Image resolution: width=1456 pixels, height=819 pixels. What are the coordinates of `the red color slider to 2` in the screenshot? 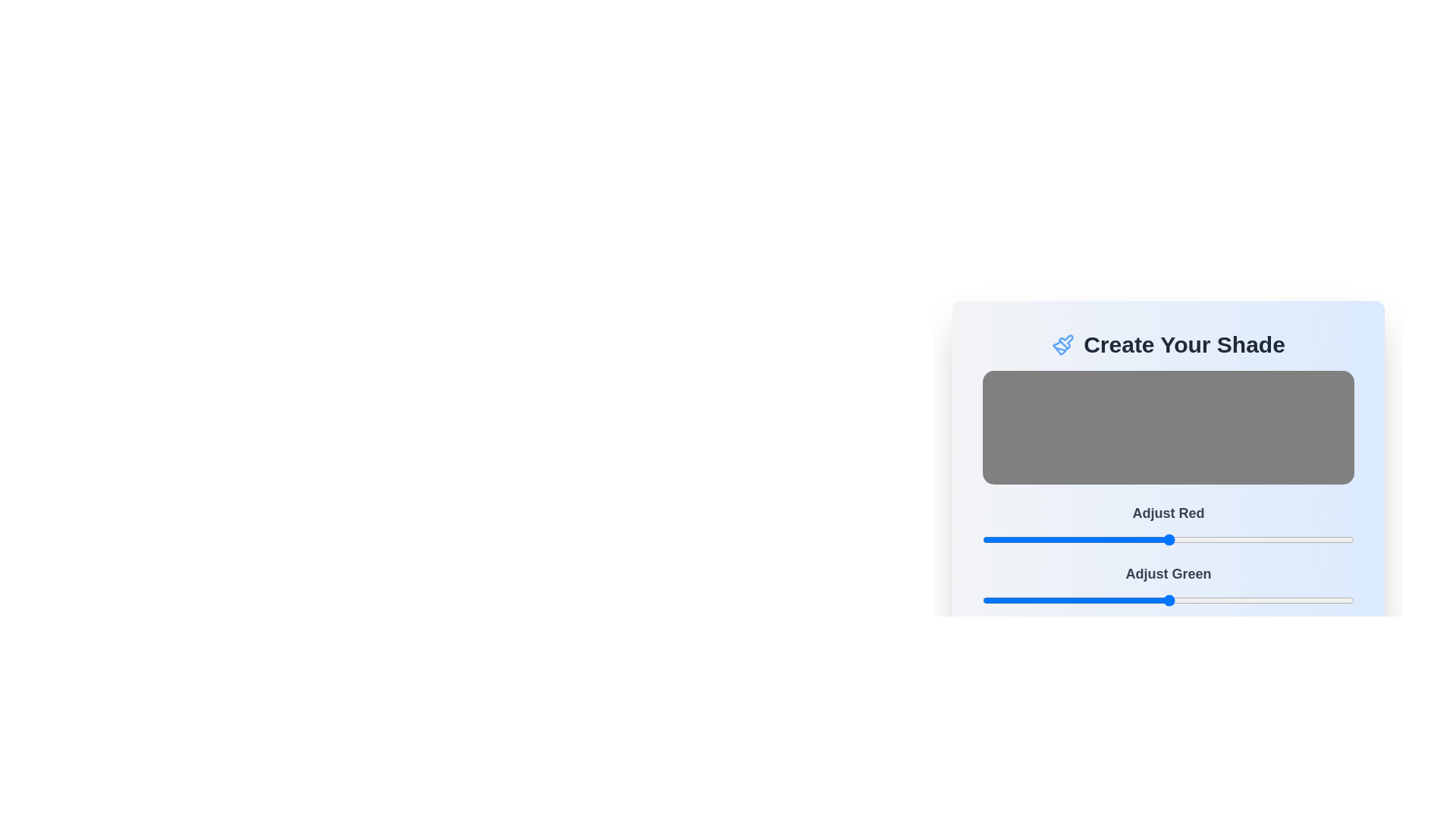 It's located at (985, 539).